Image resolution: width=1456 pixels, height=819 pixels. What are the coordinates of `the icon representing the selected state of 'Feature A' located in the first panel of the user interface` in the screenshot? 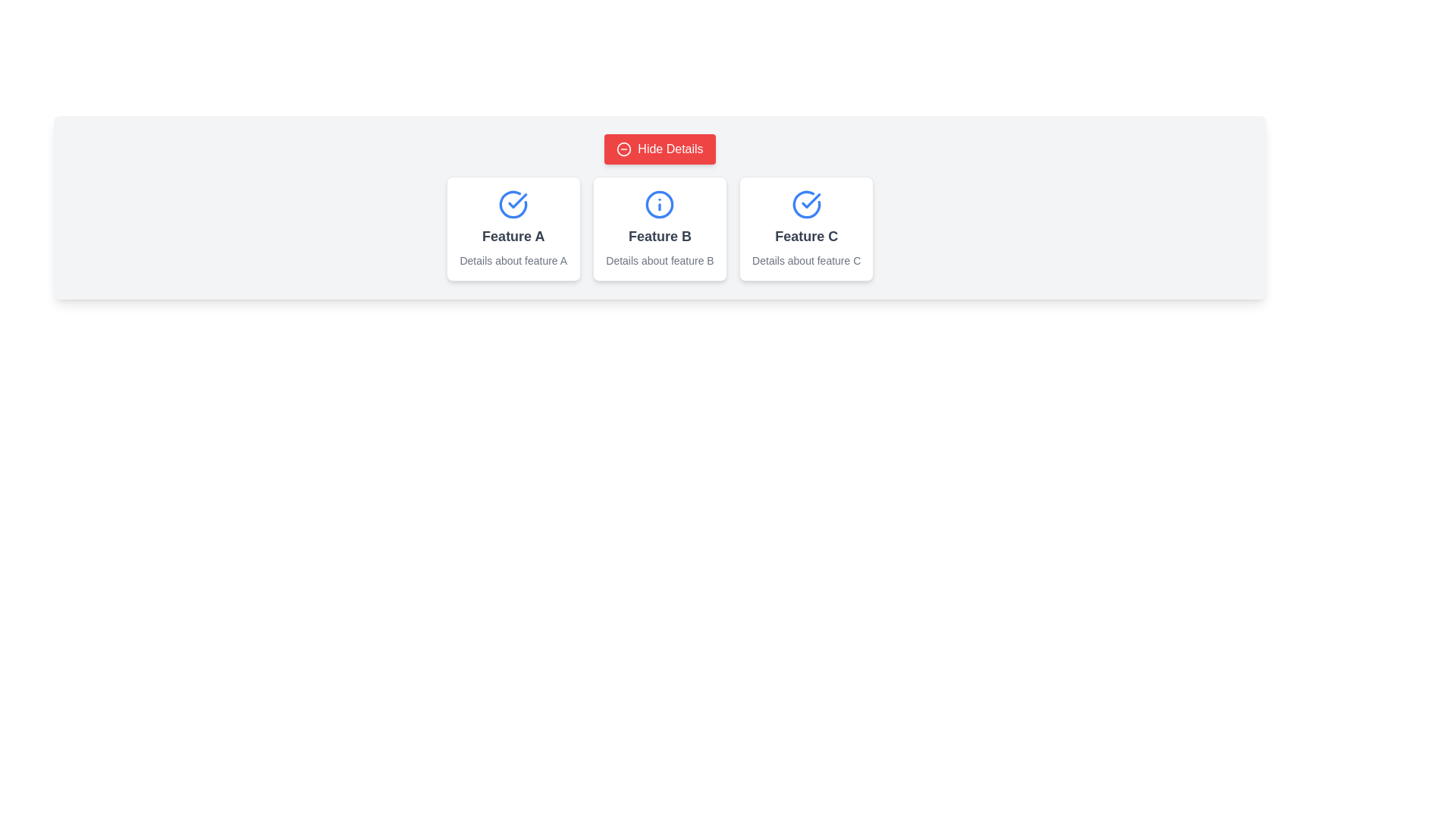 It's located at (513, 205).